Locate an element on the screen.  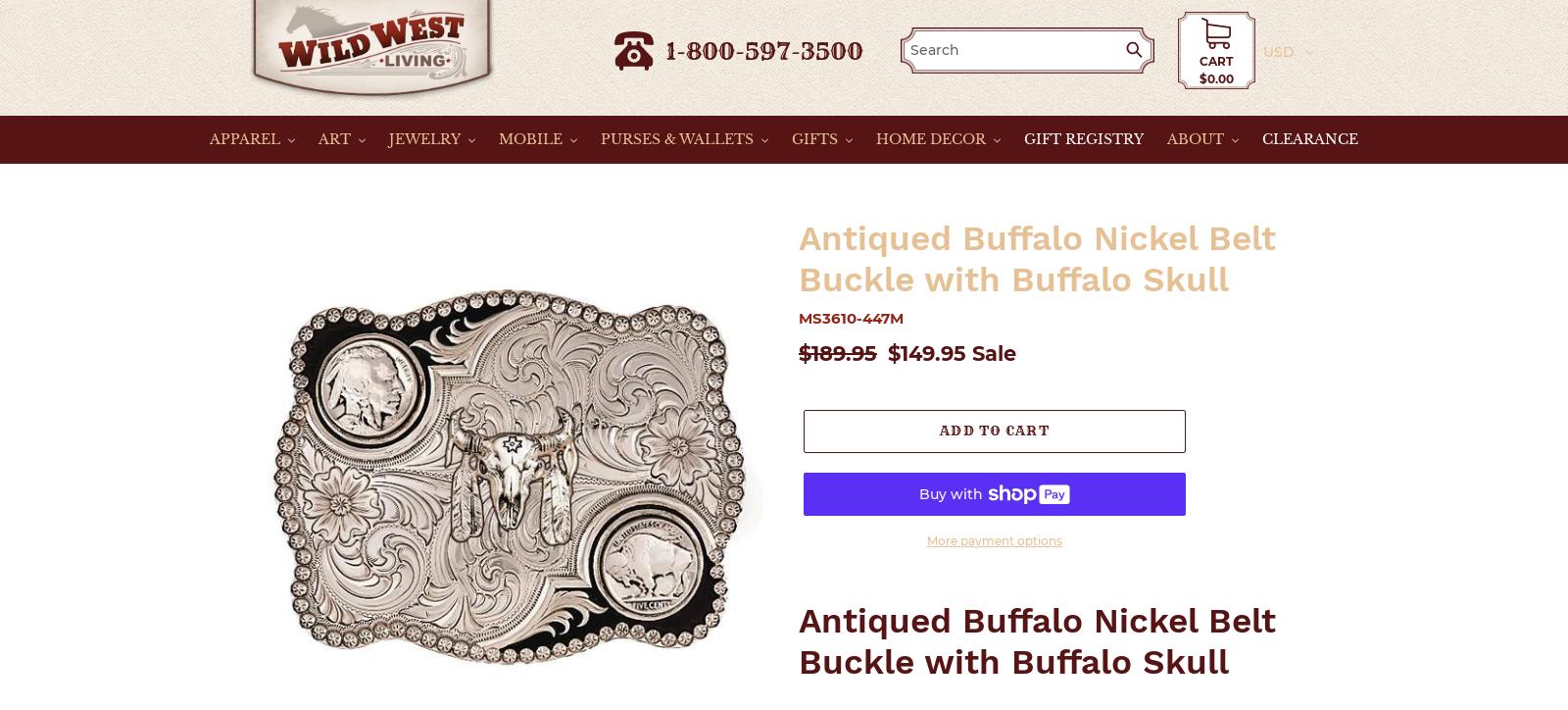
'ABOUT' is located at coordinates (1195, 137).